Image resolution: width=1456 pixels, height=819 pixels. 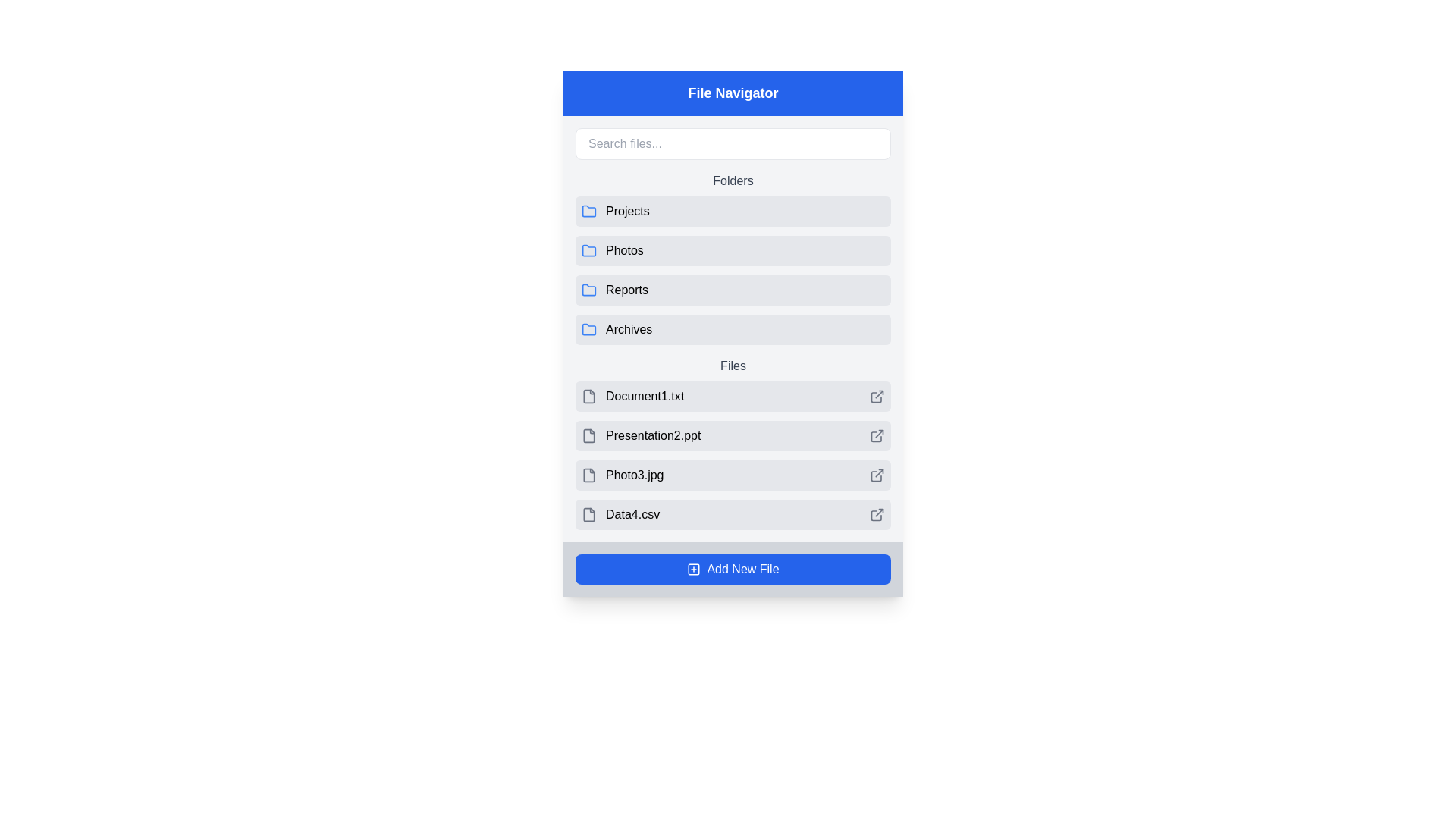 I want to click on the file icon depicting 'Data4.csv', which has a gray outline and a folded corner, located to the left of the label in the file list section under 'Files', so click(x=588, y=513).